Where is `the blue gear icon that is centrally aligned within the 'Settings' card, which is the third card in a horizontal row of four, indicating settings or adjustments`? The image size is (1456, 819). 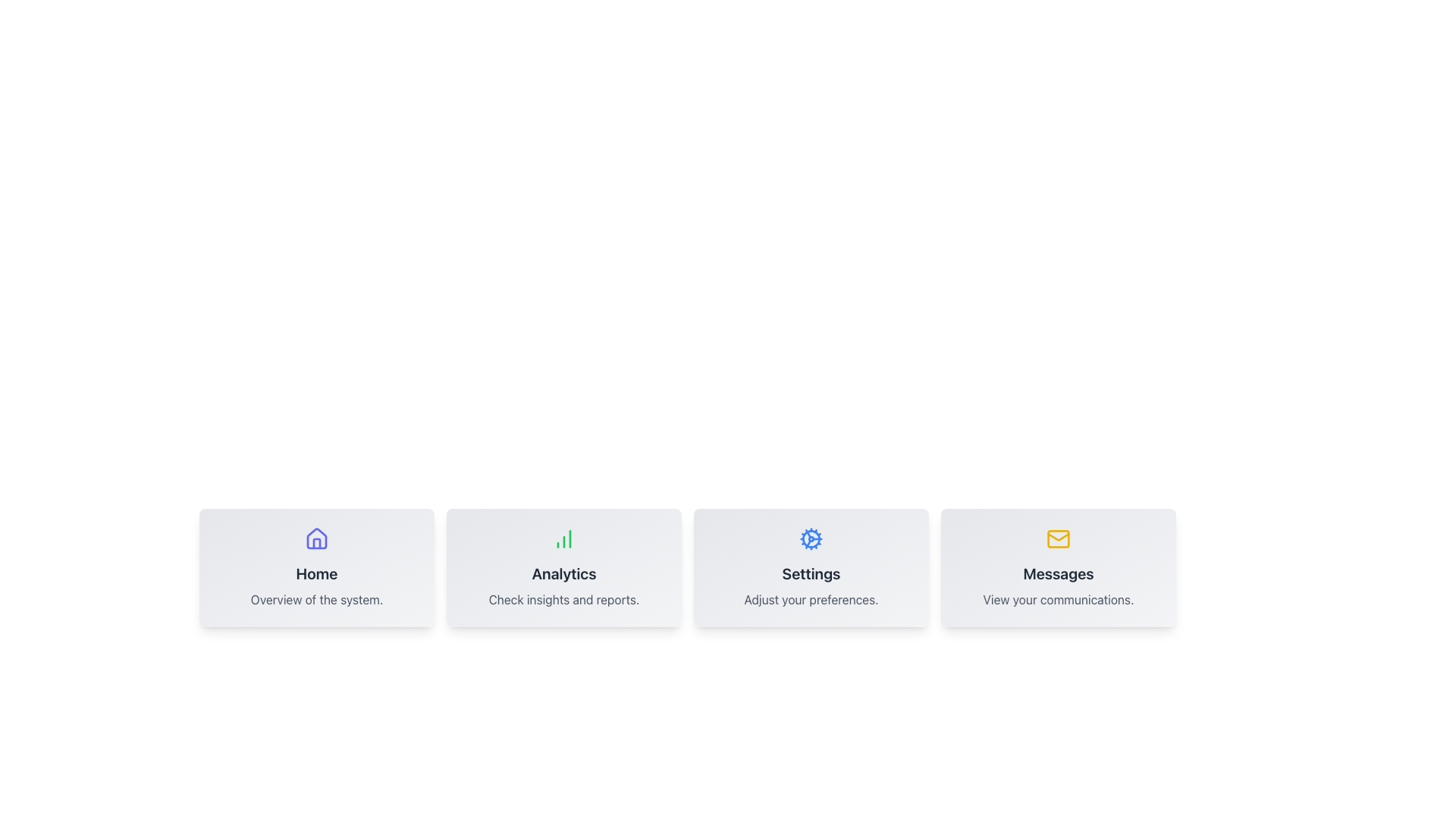
the blue gear icon that is centrally aligned within the 'Settings' card, which is the third card in a horizontal row of four, indicating settings or adjustments is located at coordinates (811, 538).